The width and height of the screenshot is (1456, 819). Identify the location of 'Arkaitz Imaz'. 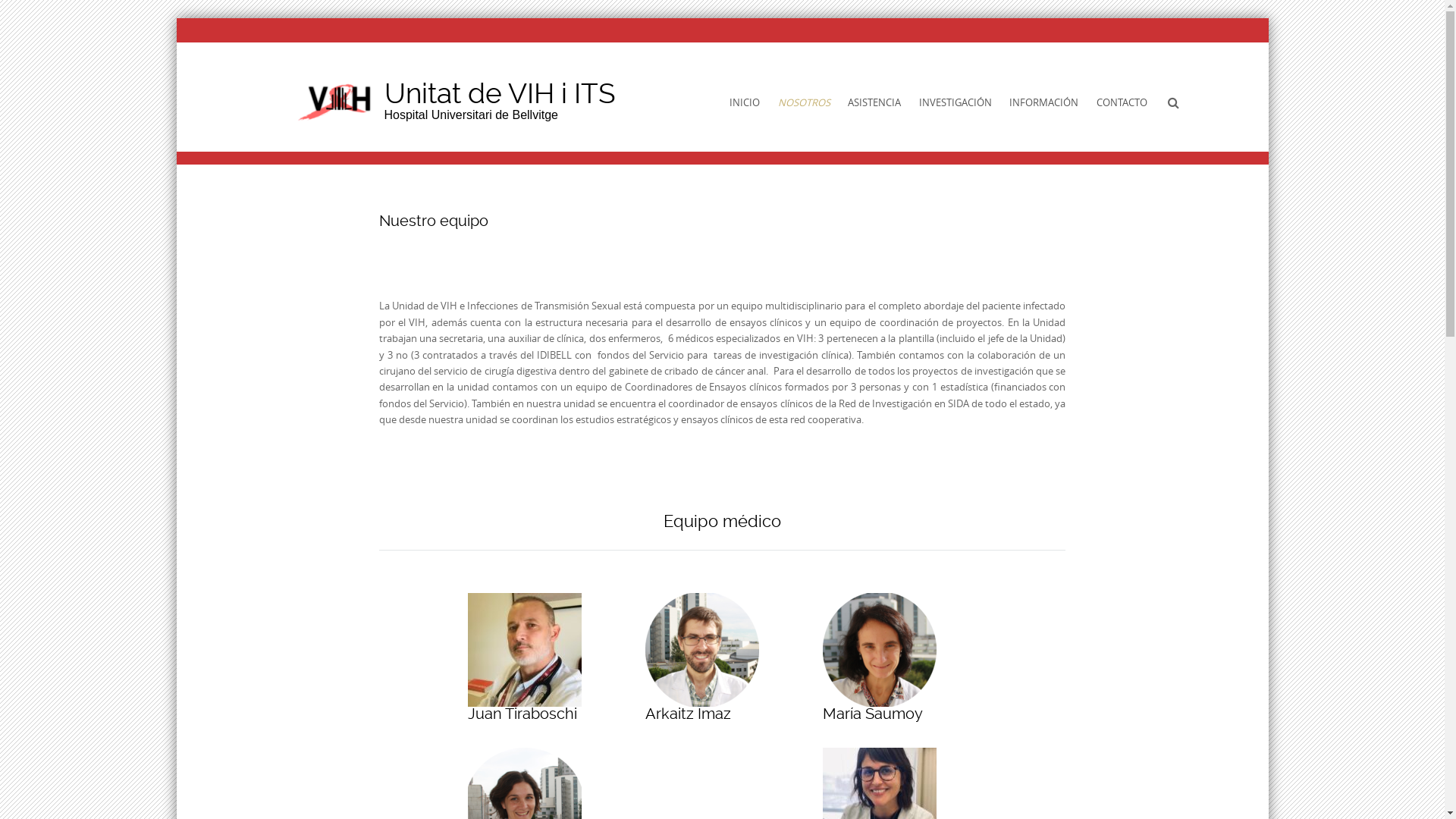
(701, 648).